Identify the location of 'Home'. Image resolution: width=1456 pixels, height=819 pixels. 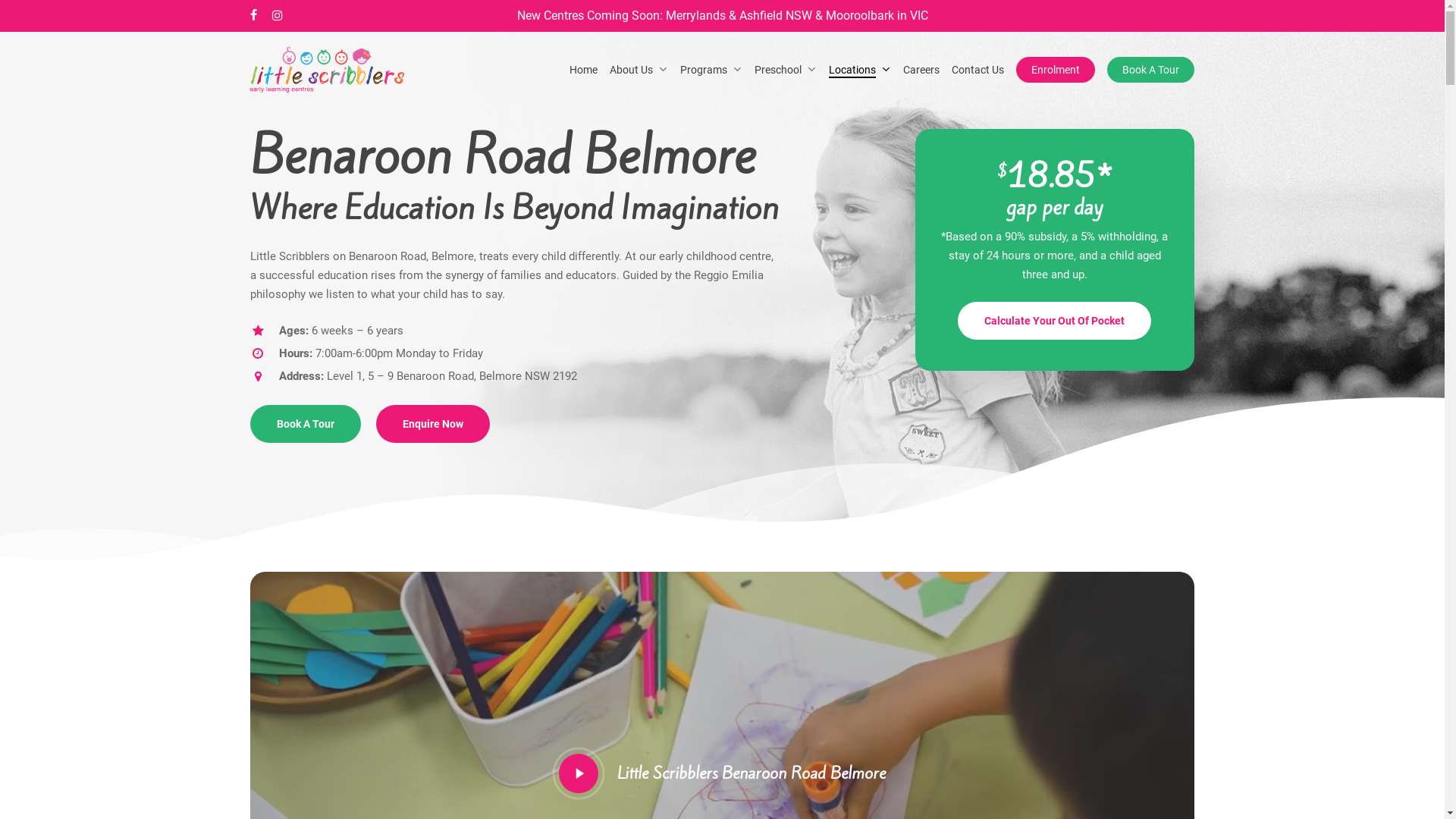
(582, 70).